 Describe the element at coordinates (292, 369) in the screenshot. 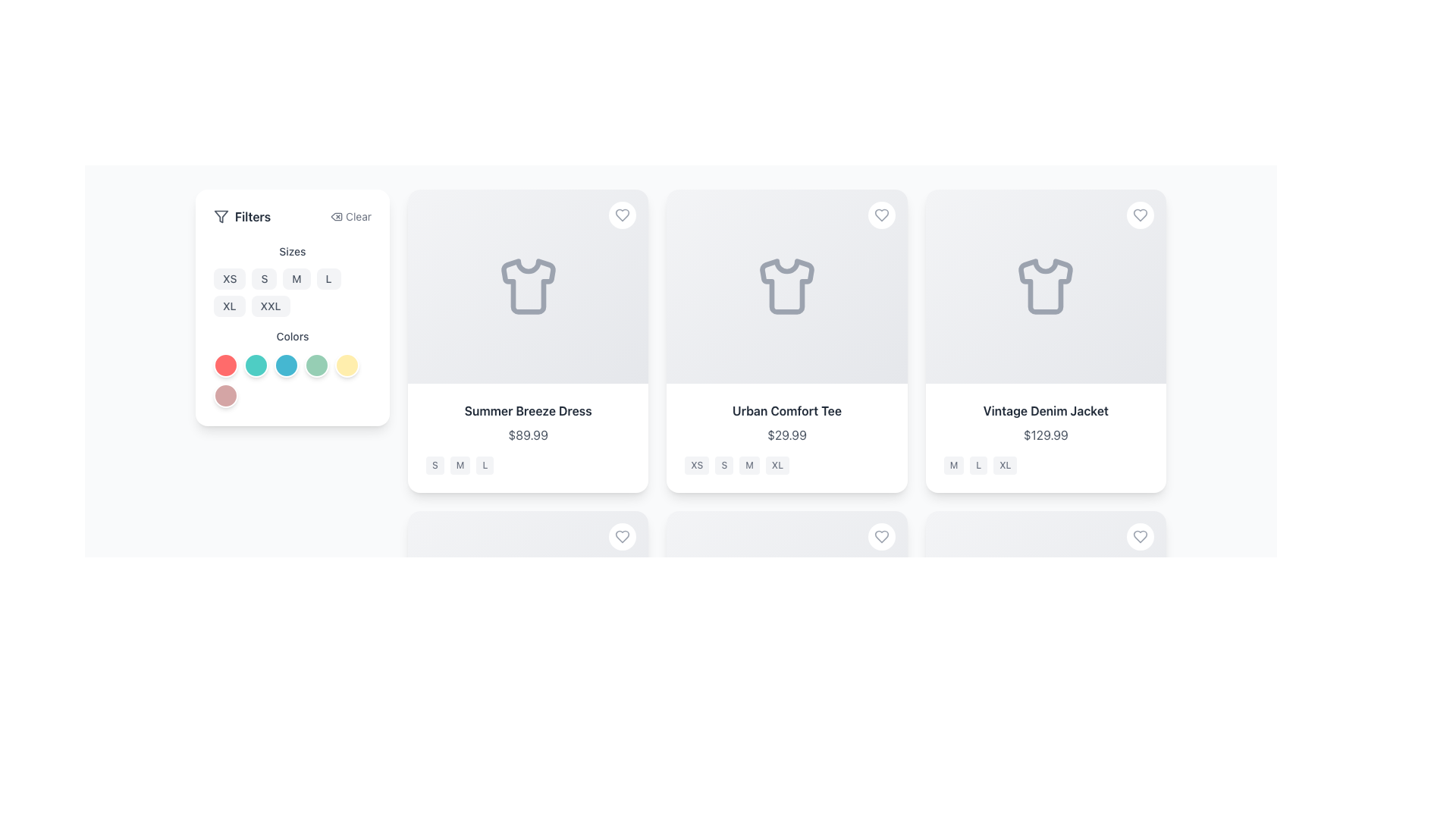

I see `the third circular icon` at that location.